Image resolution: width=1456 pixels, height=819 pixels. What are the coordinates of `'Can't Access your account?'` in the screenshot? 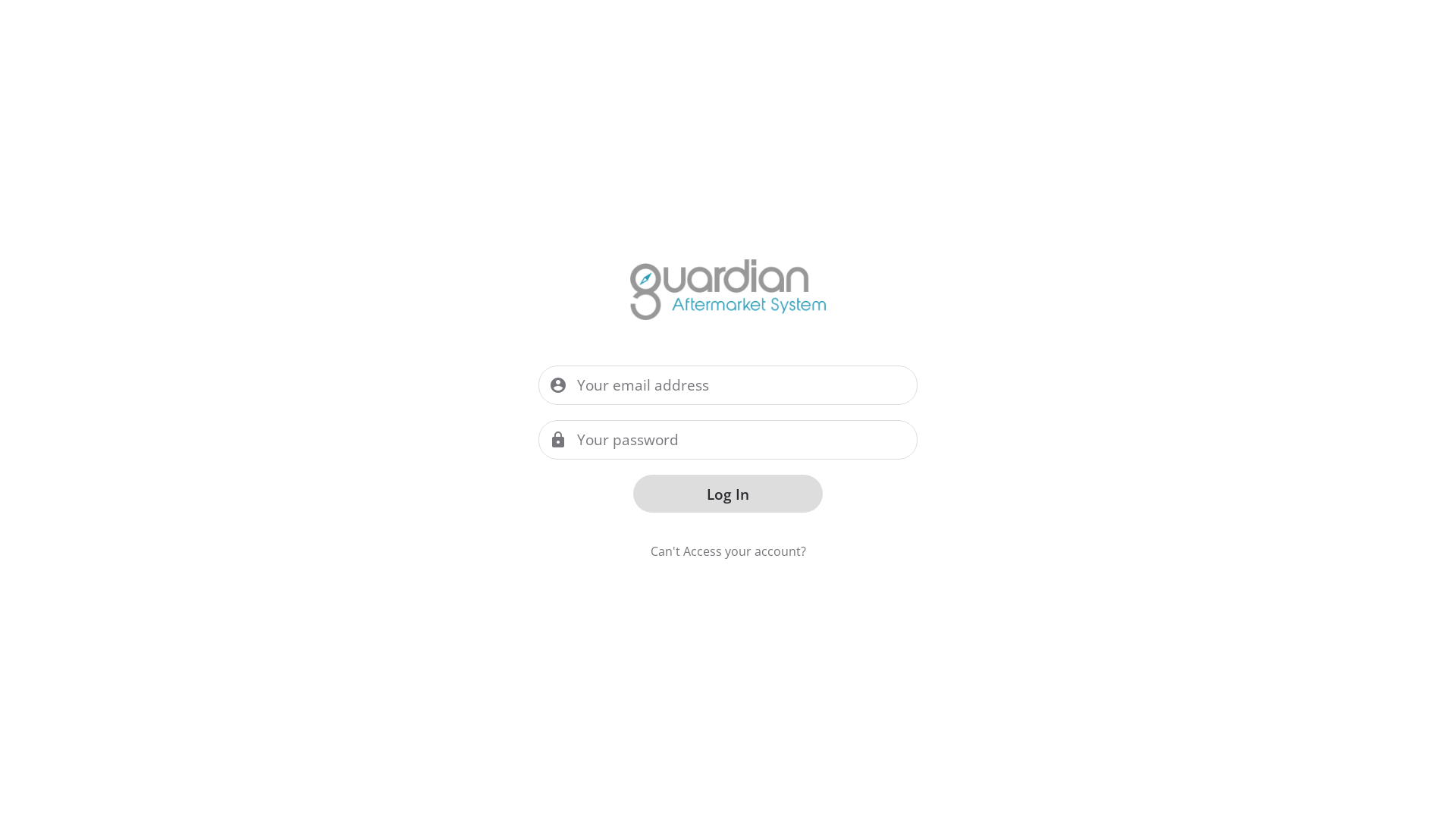 It's located at (728, 551).